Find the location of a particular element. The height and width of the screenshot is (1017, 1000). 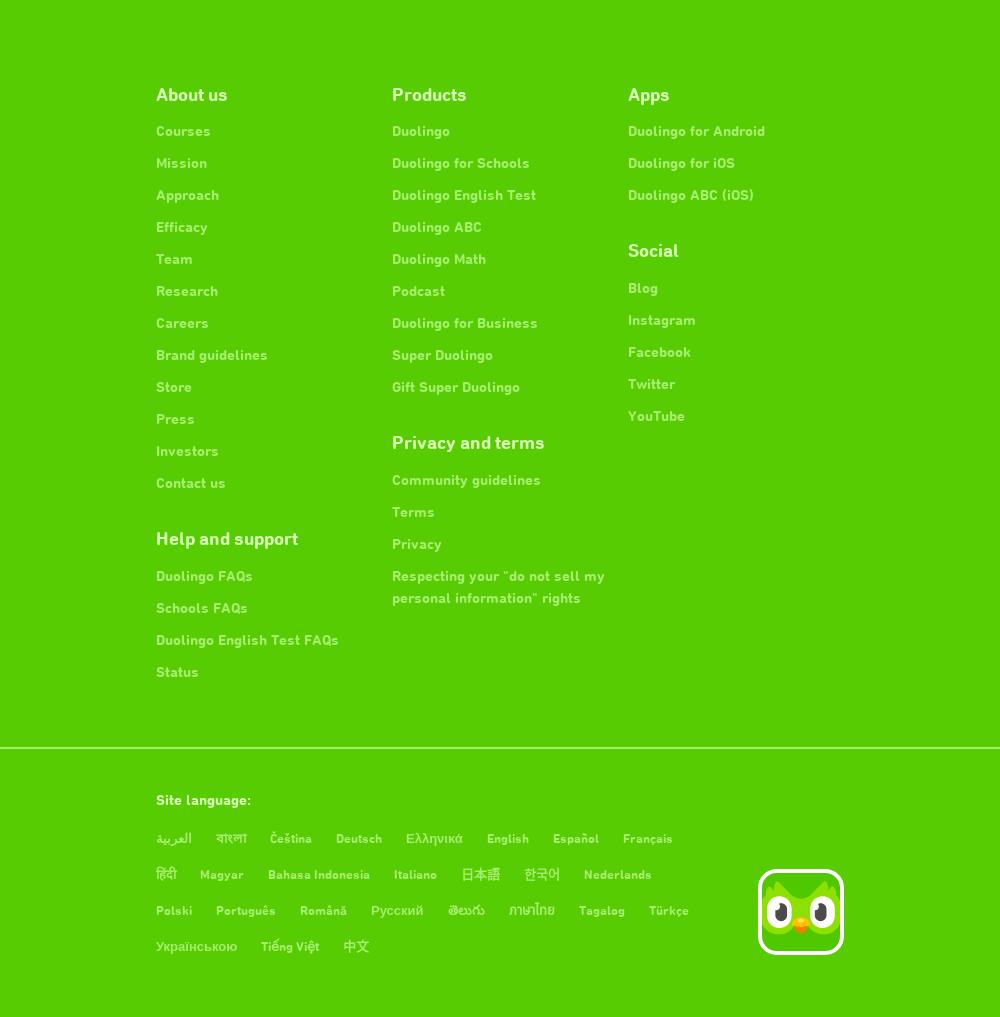

'Bahasa Indonesia' is located at coordinates (268, 874).